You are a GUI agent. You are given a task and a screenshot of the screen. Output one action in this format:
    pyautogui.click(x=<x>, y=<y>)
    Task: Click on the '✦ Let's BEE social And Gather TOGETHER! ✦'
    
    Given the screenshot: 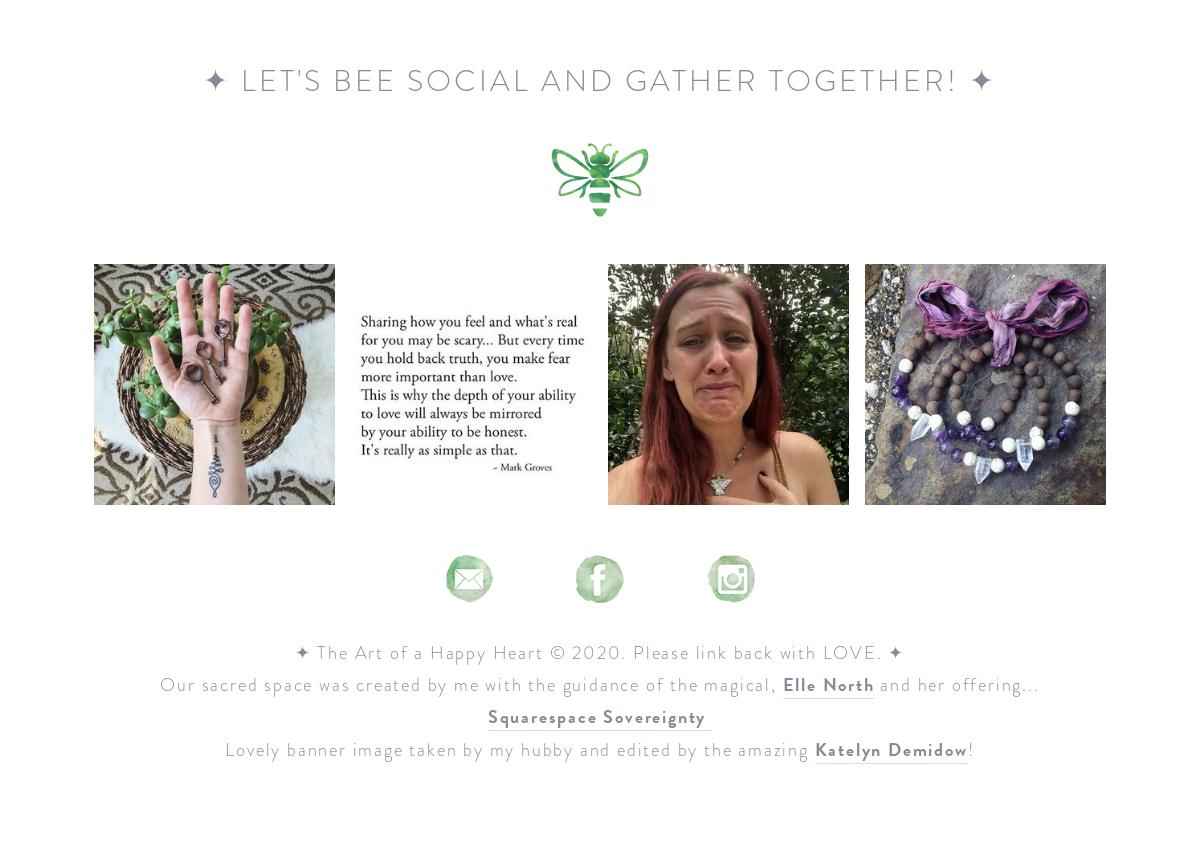 What is the action you would take?
    pyautogui.click(x=600, y=79)
    